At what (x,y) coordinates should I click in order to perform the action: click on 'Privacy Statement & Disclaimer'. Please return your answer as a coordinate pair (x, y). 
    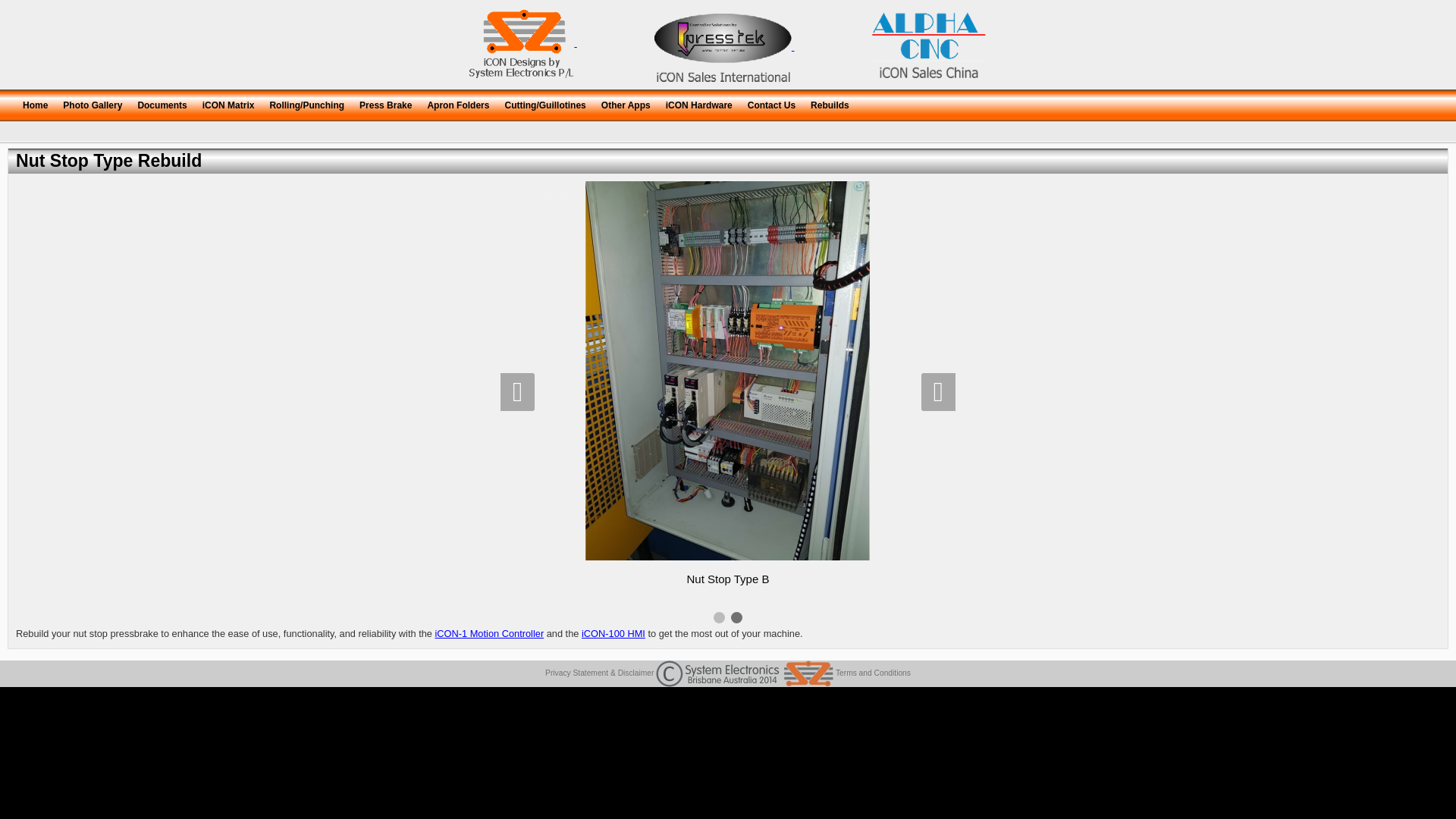
    Looking at the image, I should click on (545, 672).